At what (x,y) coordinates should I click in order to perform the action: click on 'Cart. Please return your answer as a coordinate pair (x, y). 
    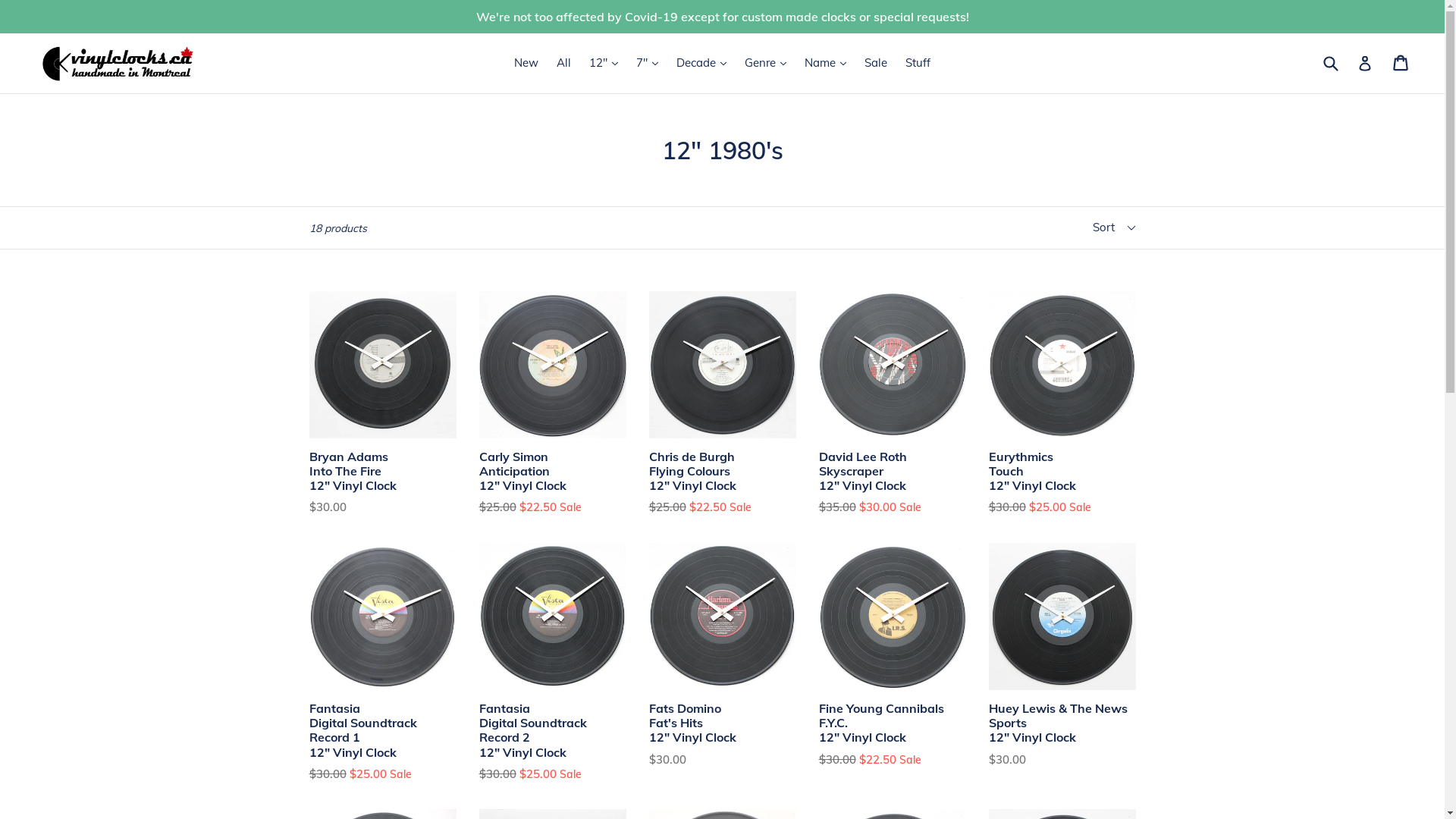
    Looking at the image, I should click on (1401, 62).